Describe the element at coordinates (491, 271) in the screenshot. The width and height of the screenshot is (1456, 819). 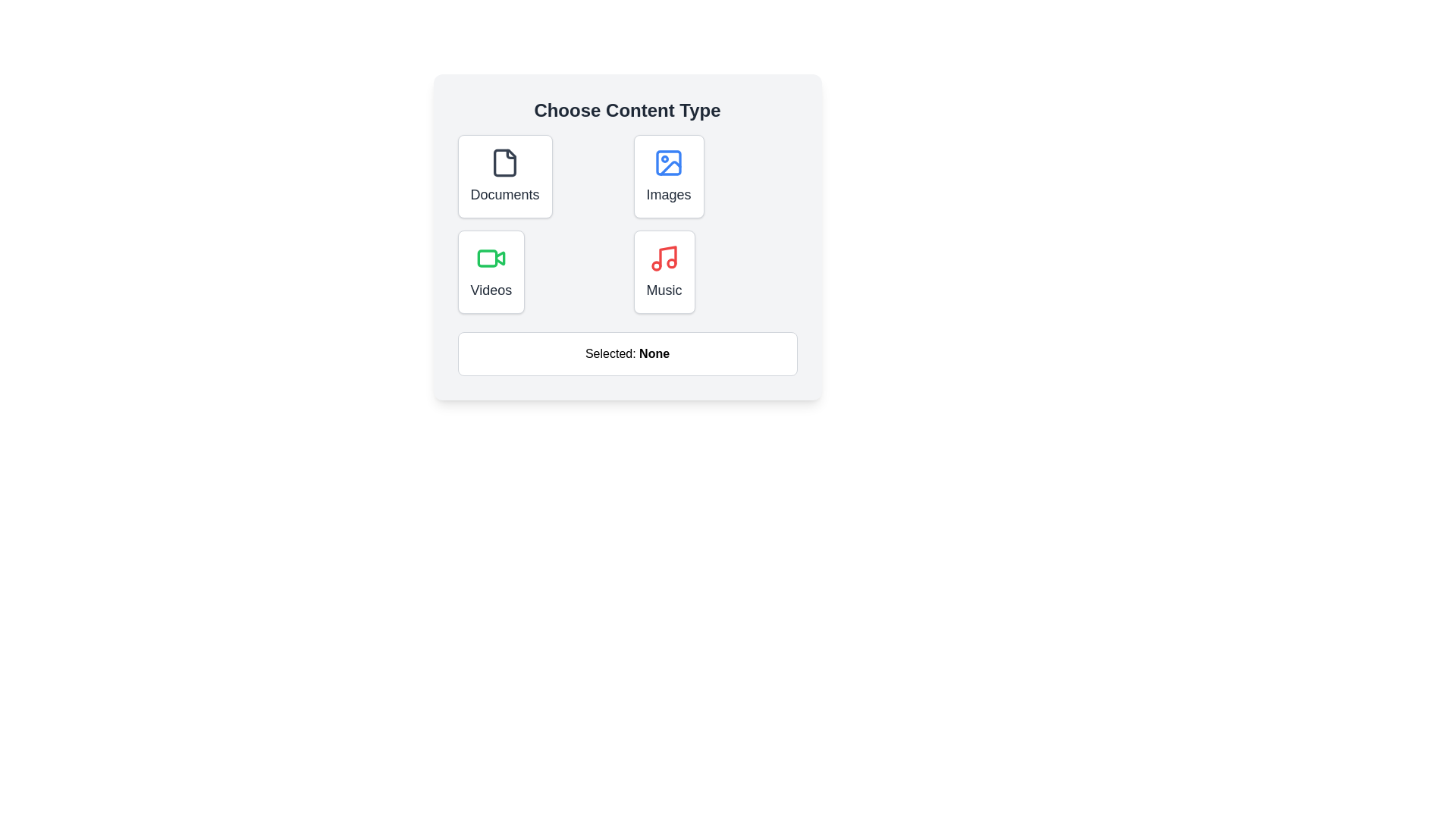
I see `the content type Videos to update the 'Selected' area` at that location.